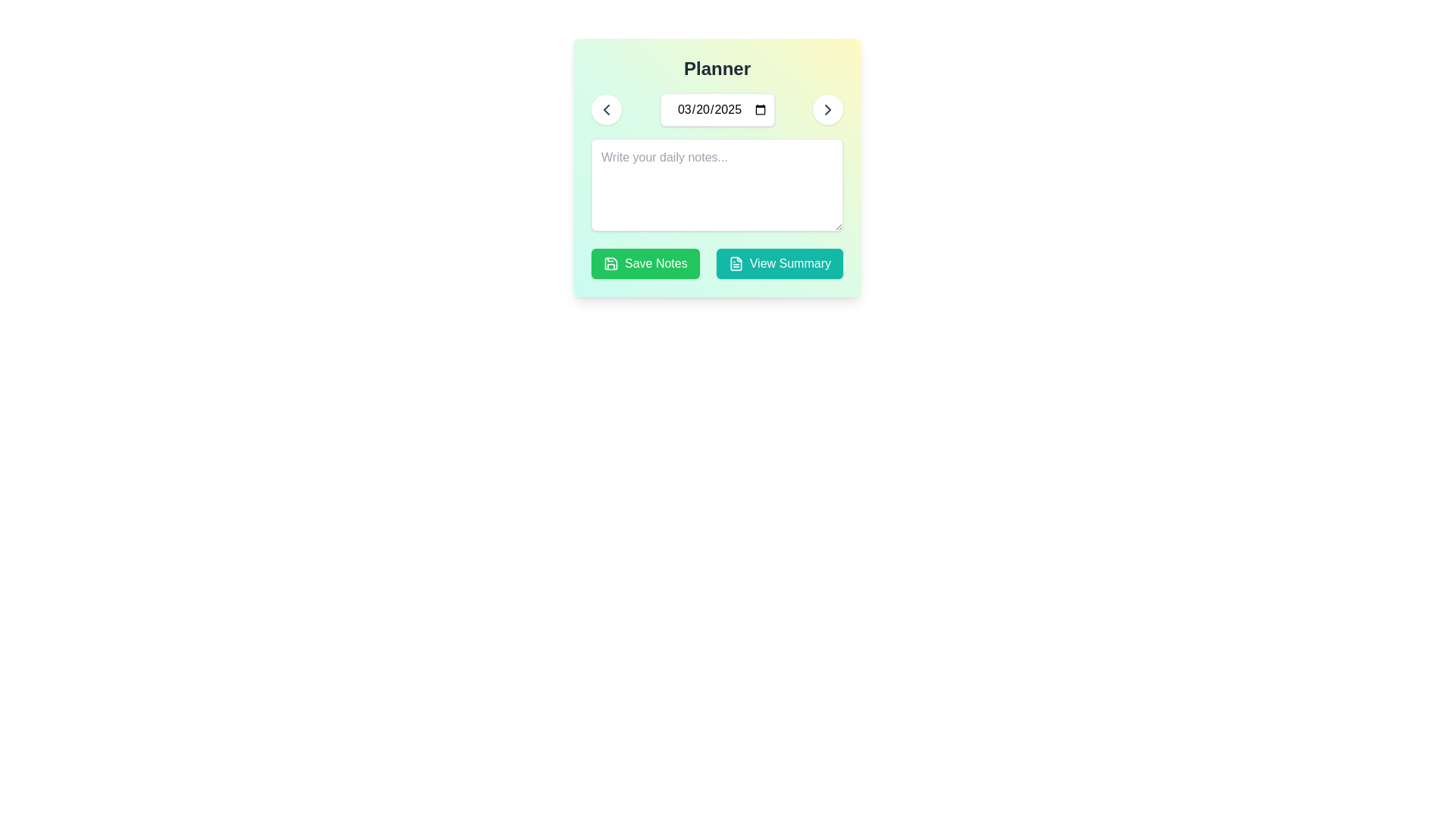  Describe the element at coordinates (645, 262) in the screenshot. I see `the green 'Save Notes' button with white rounded text and a floppy disk icon, located at the bottom left of the card interface` at that location.